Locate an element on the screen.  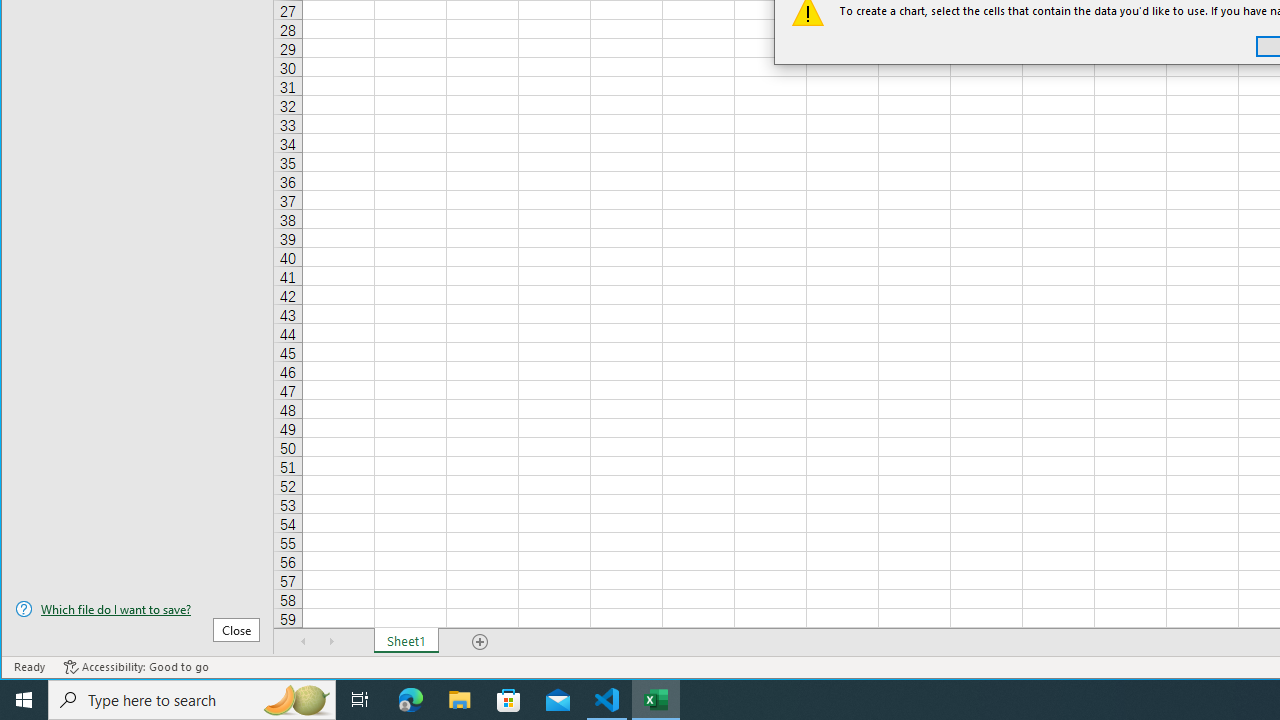
'File Explorer' is located at coordinates (459, 698).